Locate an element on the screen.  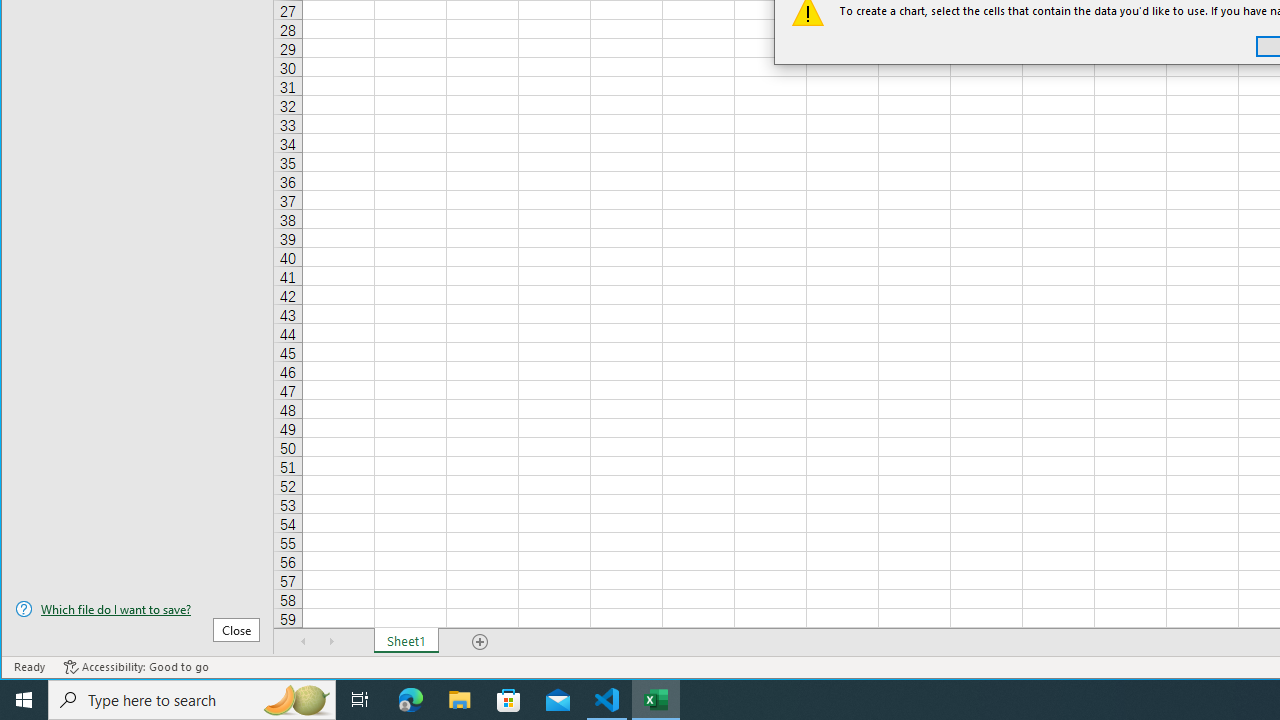
'File Explorer' is located at coordinates (459, 698).